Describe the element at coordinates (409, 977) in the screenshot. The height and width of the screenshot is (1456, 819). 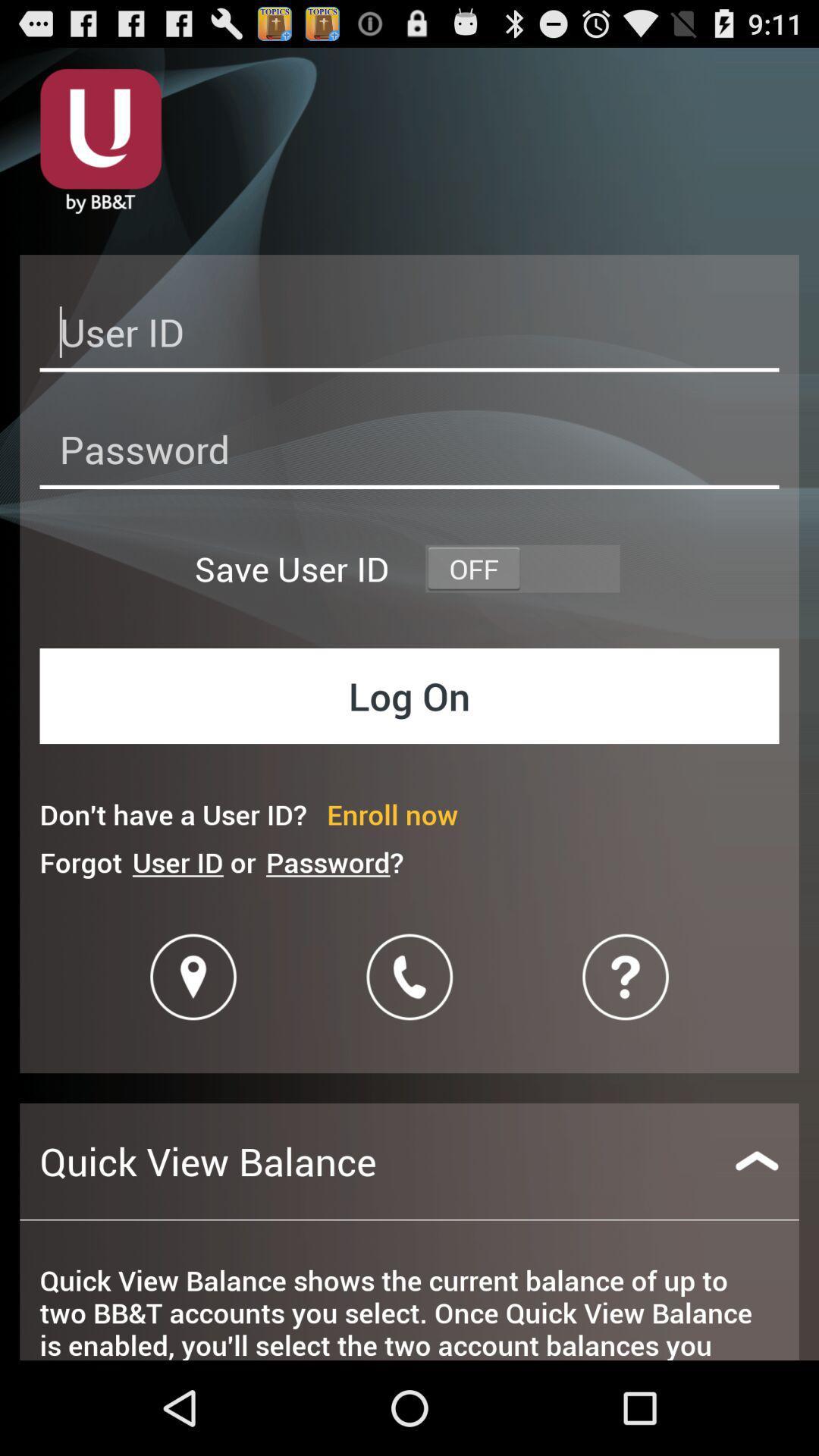
I see `the calling symbol which is after the location symbol` at that location.